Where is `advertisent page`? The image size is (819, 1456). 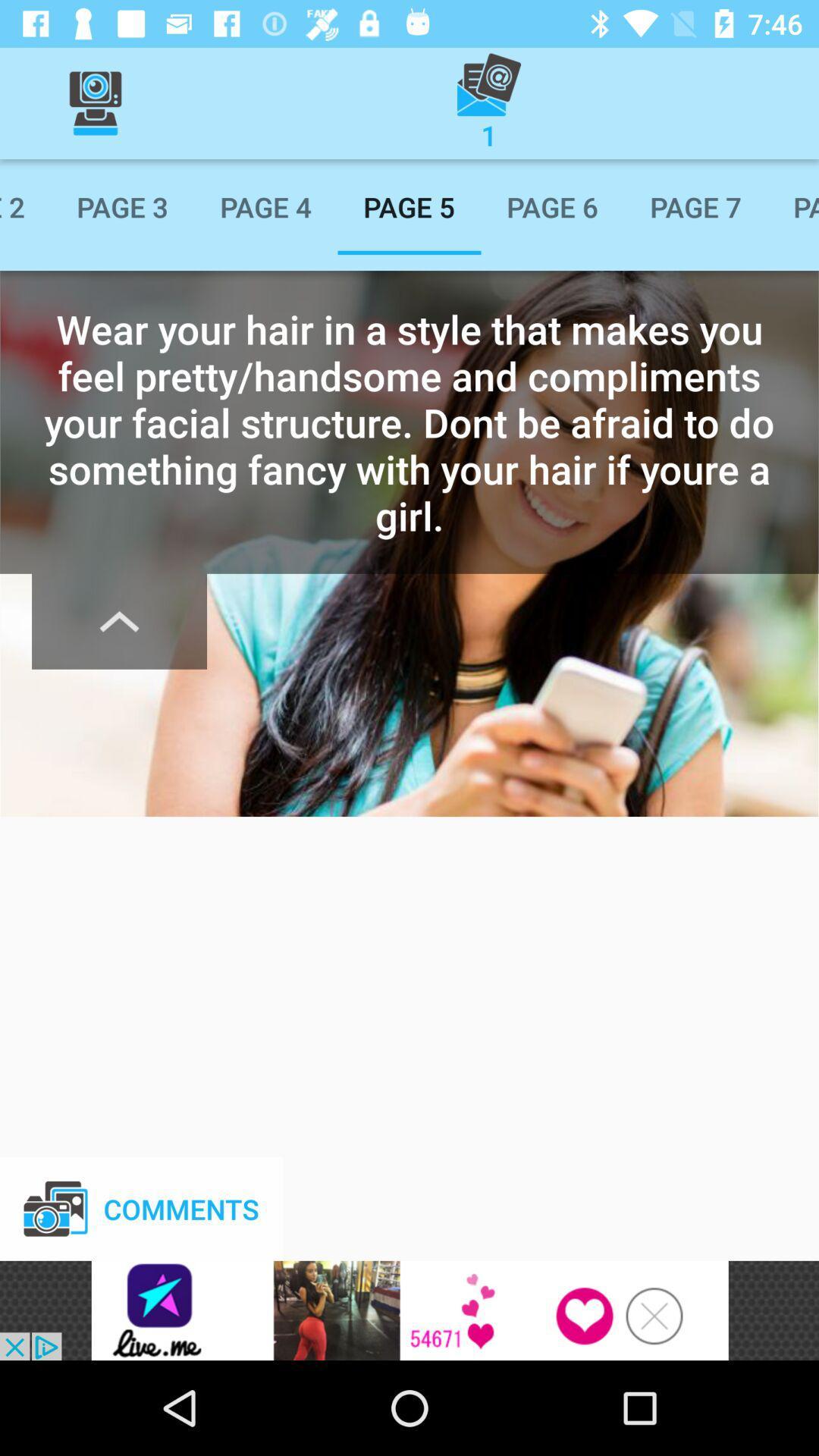
advertisent page is located at coordinates (409, 1310).